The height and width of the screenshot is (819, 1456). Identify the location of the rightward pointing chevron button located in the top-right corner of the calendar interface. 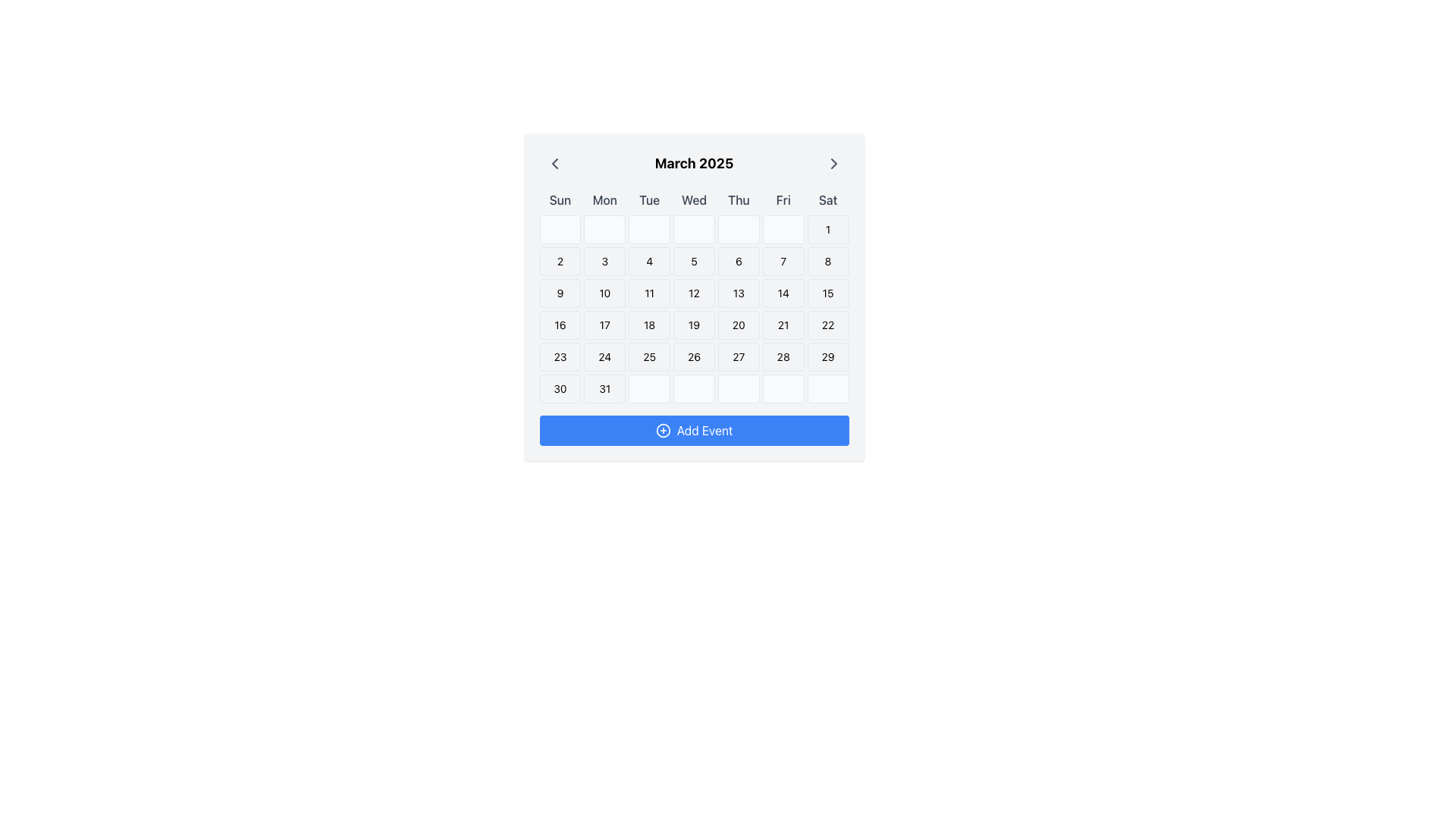
(833, 164).